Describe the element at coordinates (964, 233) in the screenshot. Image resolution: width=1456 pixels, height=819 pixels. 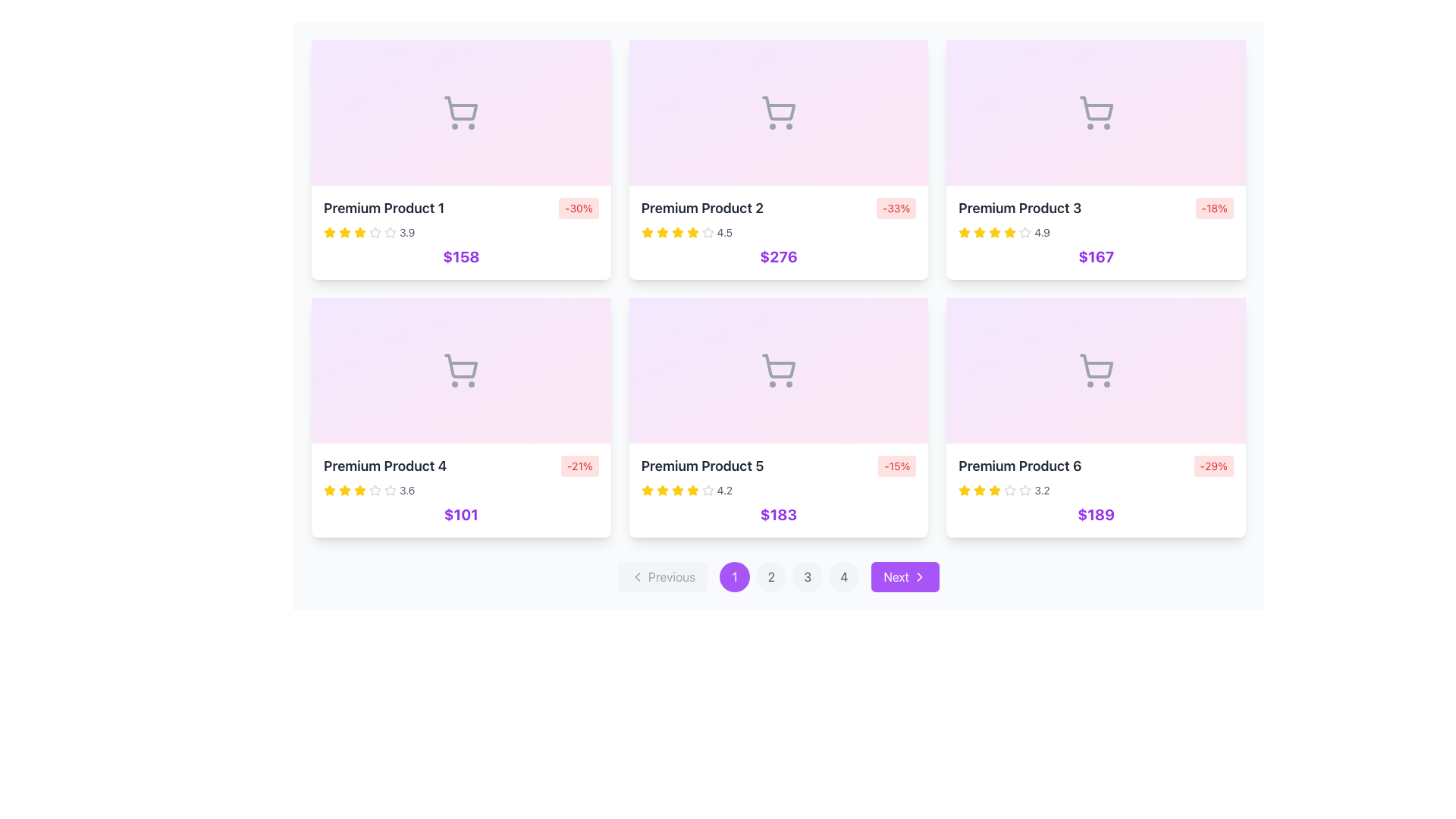
I see `the first yellow star icon in the rating system associated with 'Premium Product 3' card, located to the left of the text '4.9'` at that location.